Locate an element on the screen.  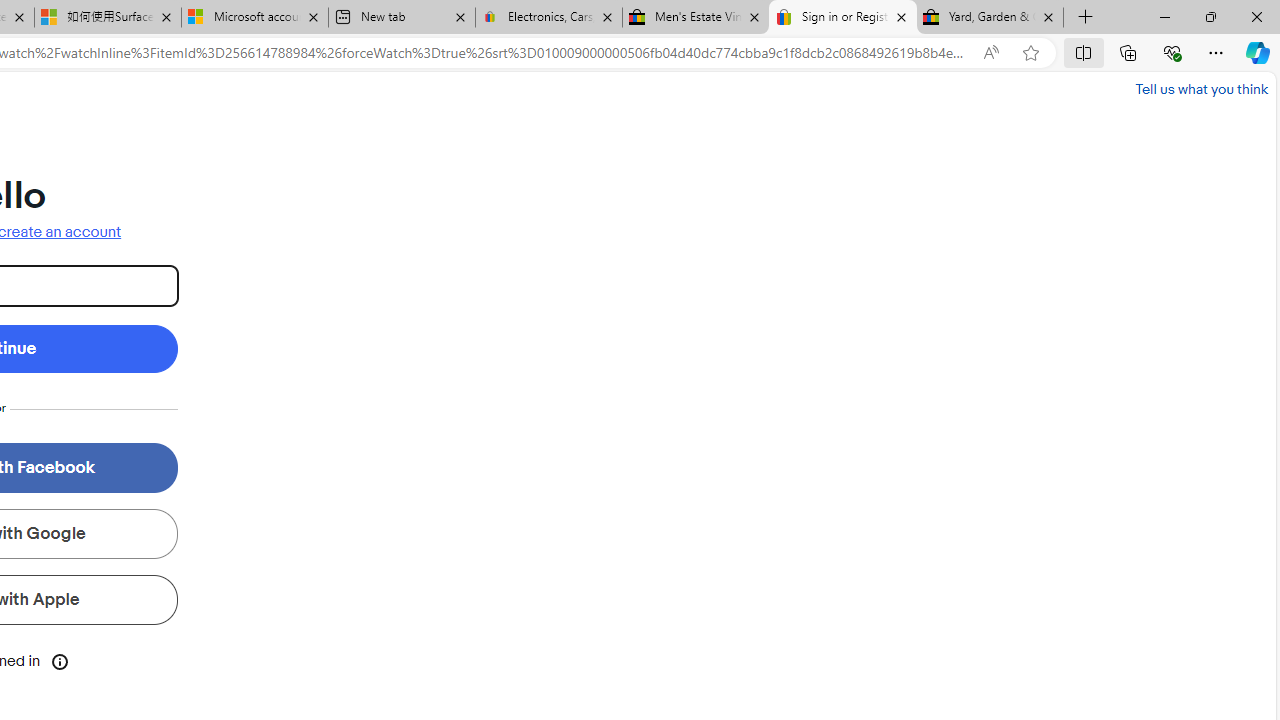
'Sign in or Register | eBay' is located at coordinates (843, 17).